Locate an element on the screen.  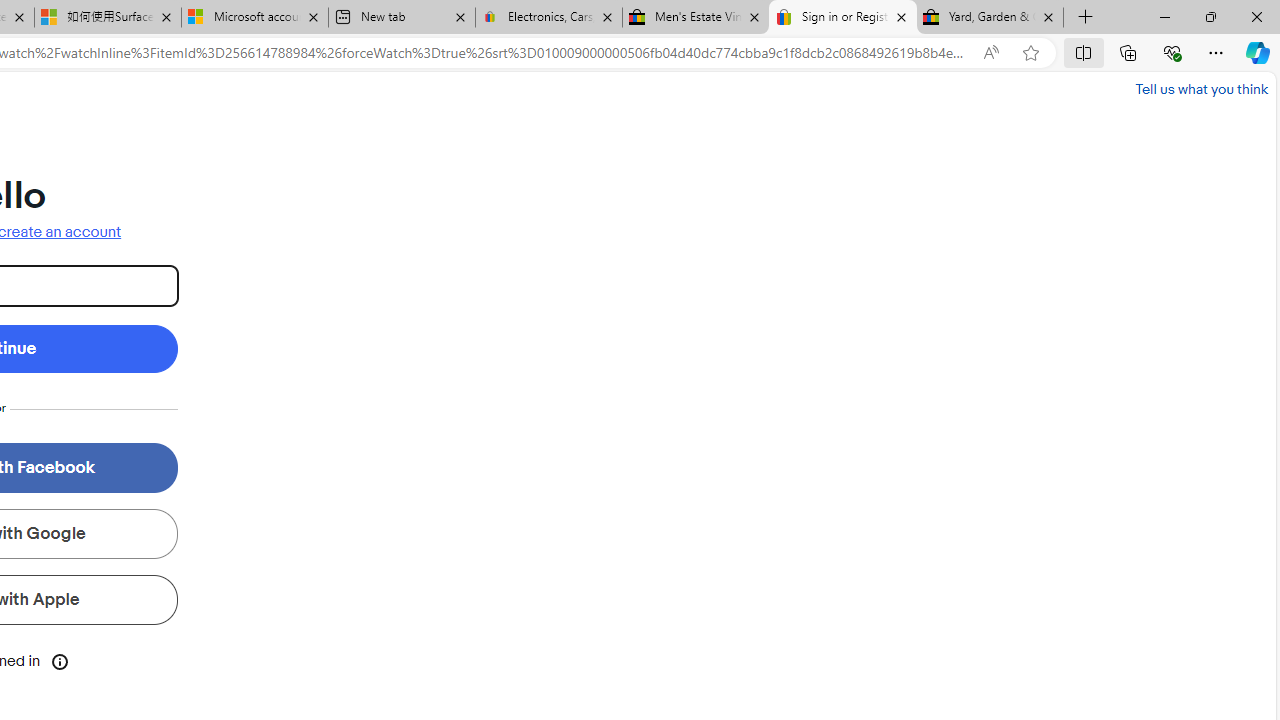
'Sign in or Register | eBay' is located at coordinates (843, 17).